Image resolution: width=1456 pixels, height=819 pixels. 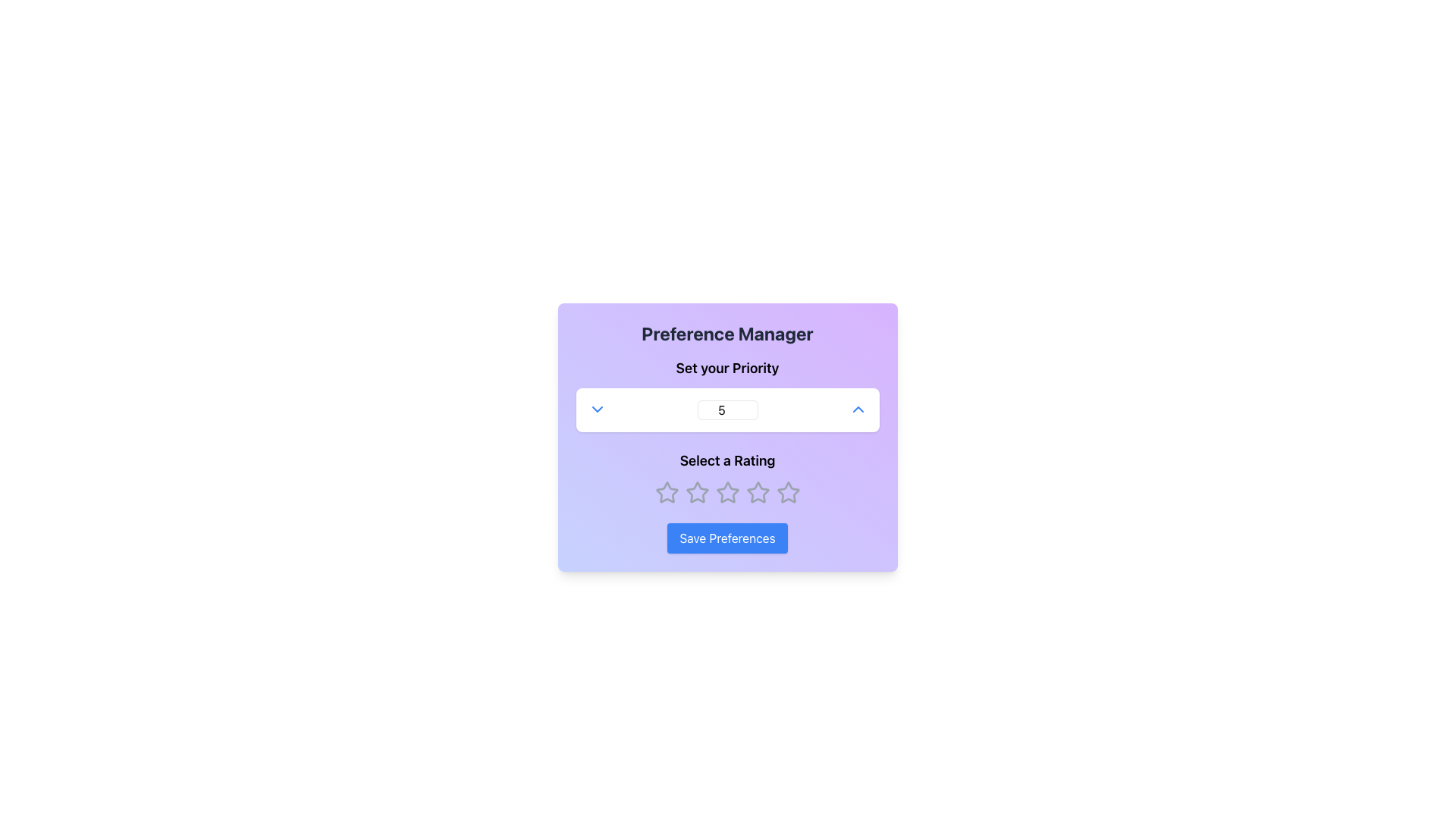 I want to click on the second star icon in the rating selection row, so click(x=696, y=492).